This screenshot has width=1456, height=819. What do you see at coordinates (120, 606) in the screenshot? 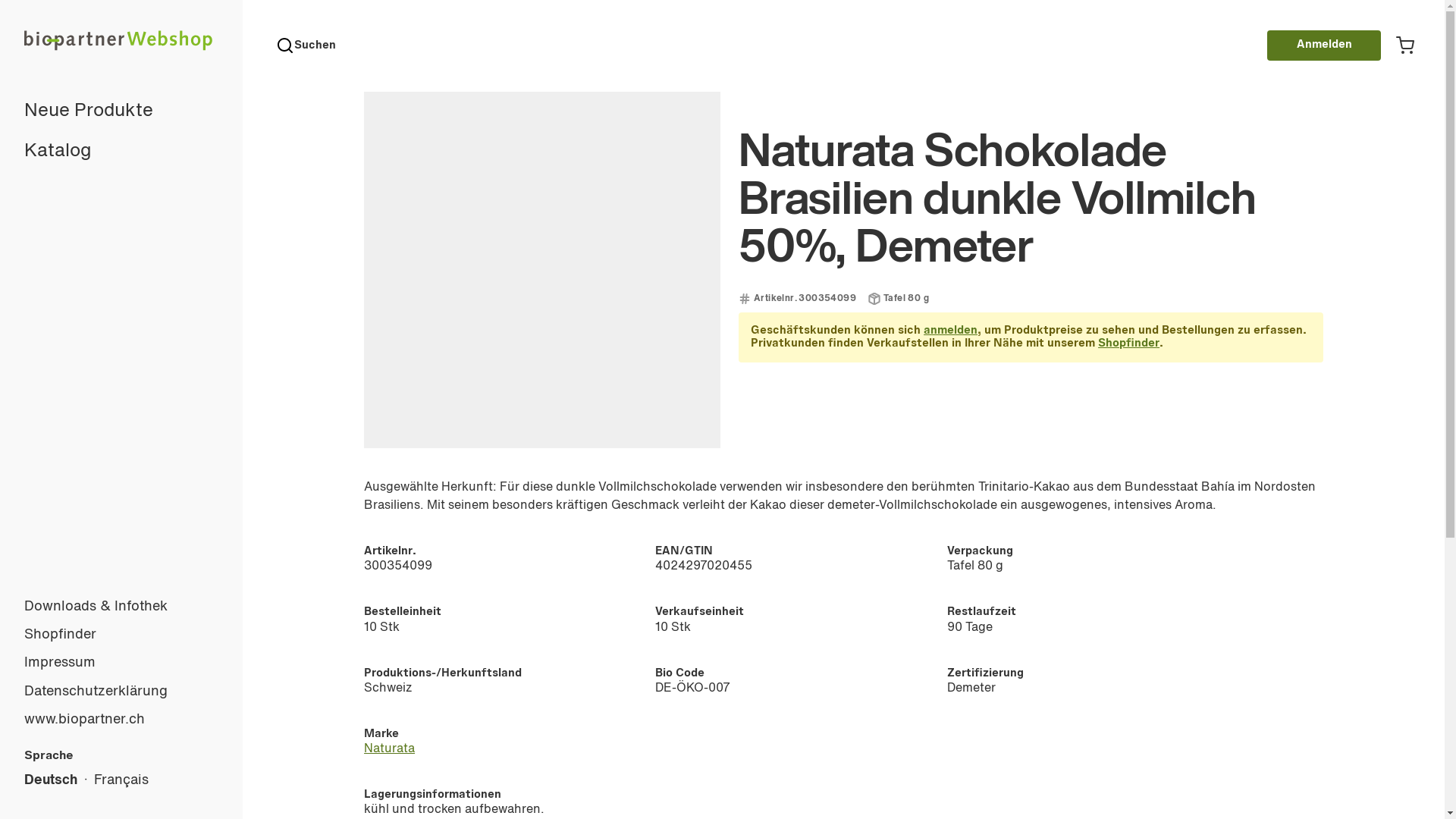
I see `'Downloads & Infothek'` at bounding box center [120, 606].